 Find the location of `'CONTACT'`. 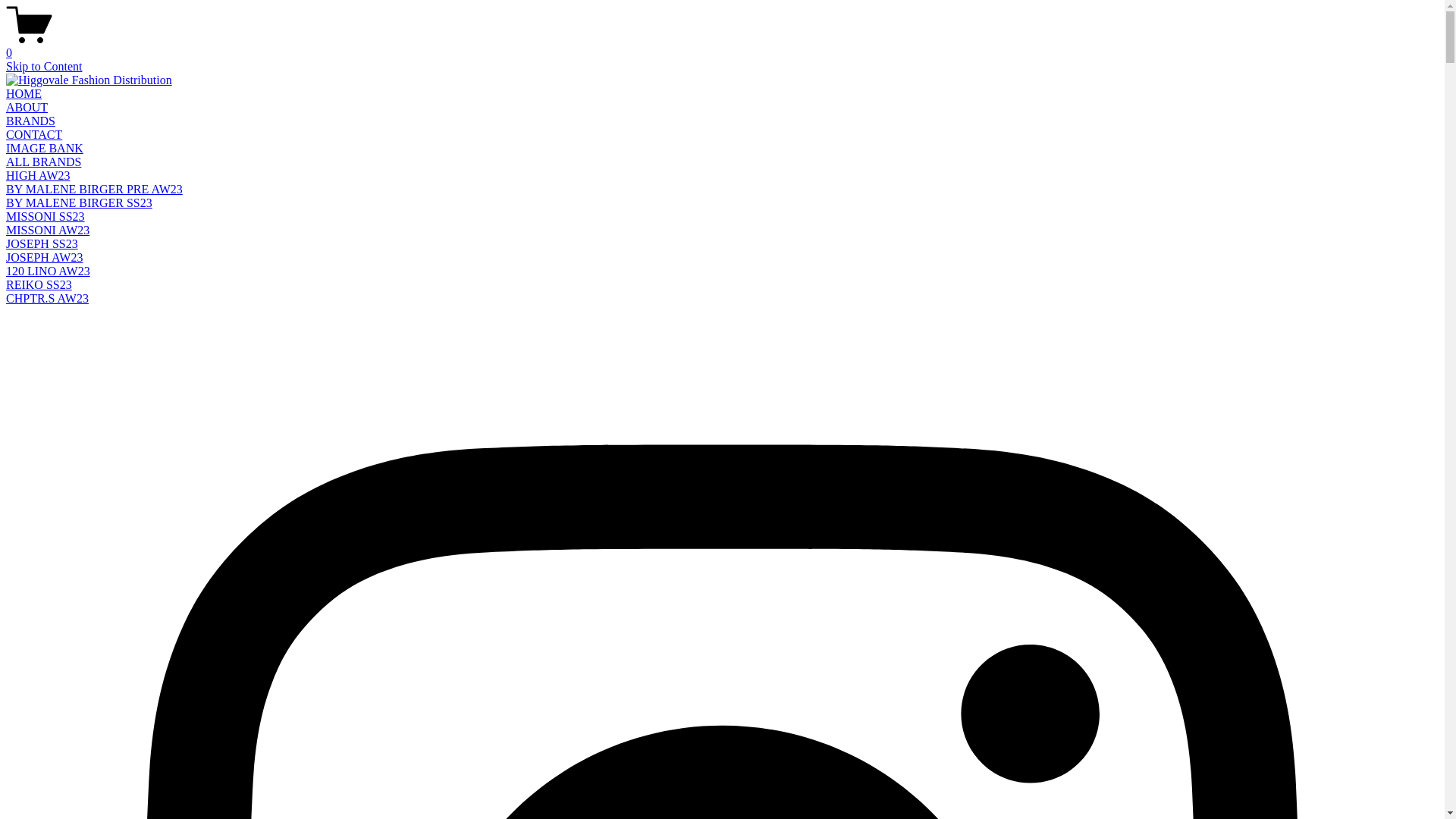

'CONTACT' is located at coordinates (33, 133).